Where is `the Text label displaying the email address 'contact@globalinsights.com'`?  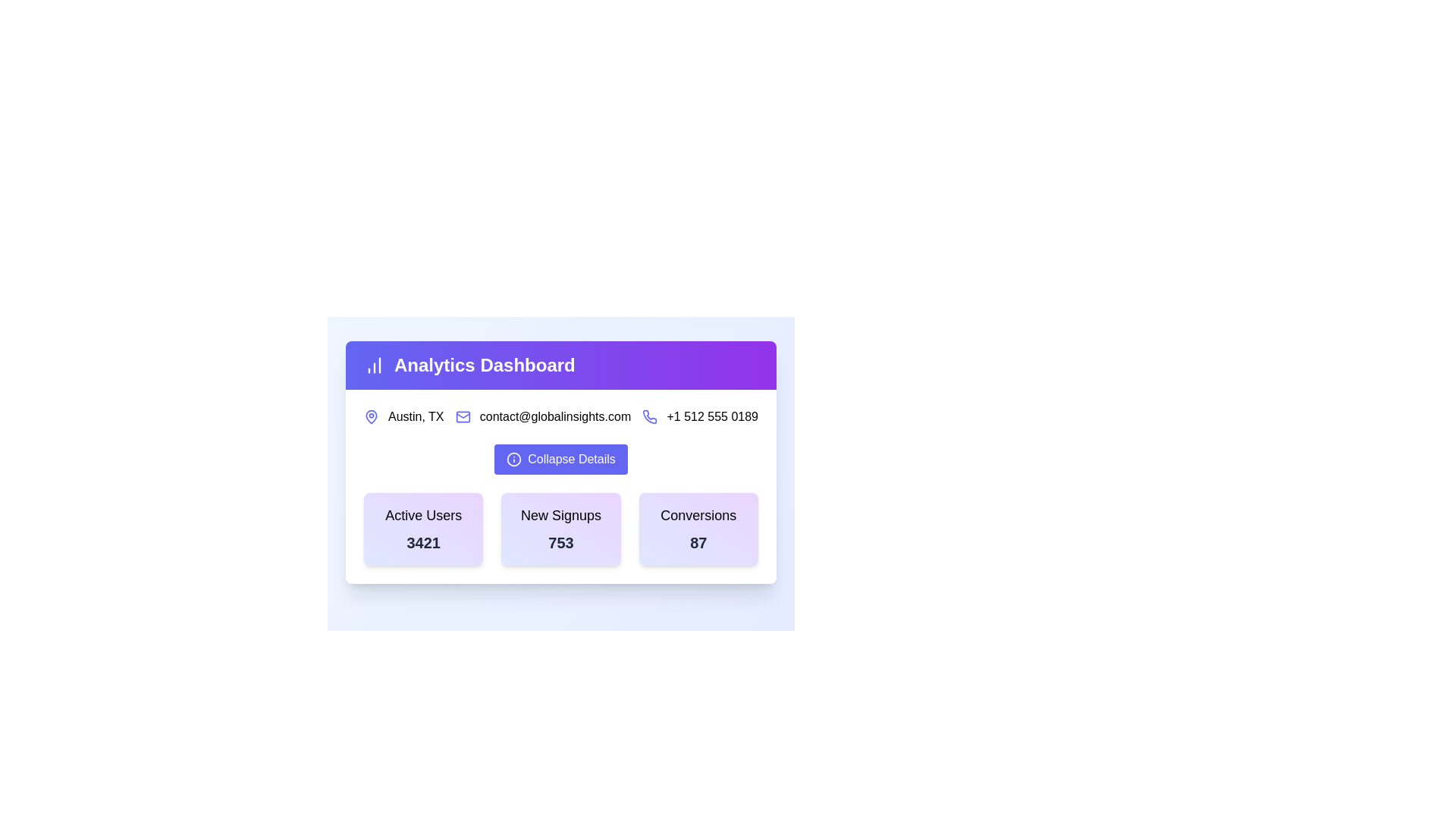 the Text label displaying the email address 'contact@globalinsights.com' is located at coordinates (554, 417).